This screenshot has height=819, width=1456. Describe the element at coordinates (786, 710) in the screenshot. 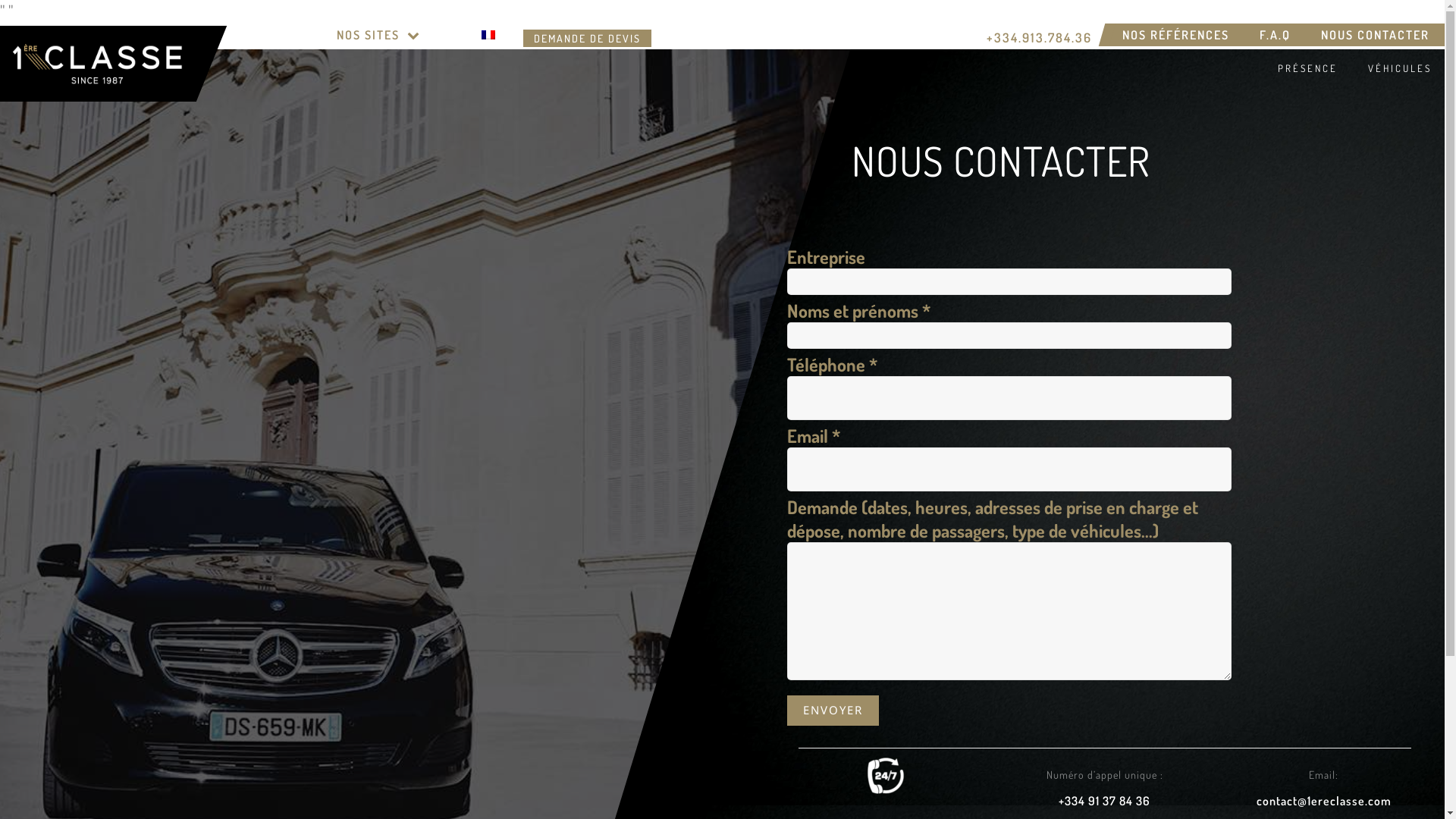

I see `'Envoyer'` at that location.